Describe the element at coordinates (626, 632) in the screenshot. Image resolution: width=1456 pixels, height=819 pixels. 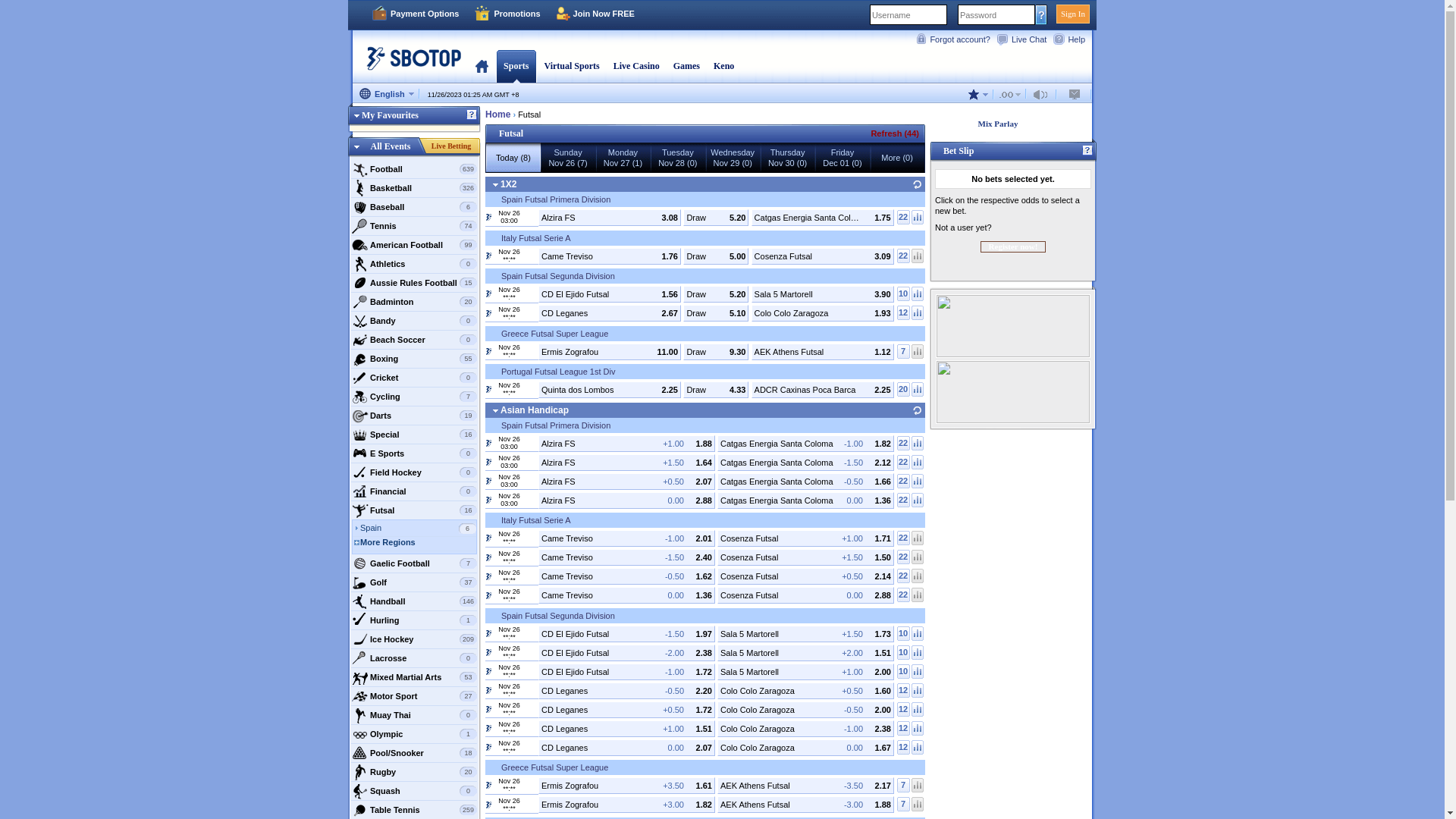
I see `'1.97` at that location.